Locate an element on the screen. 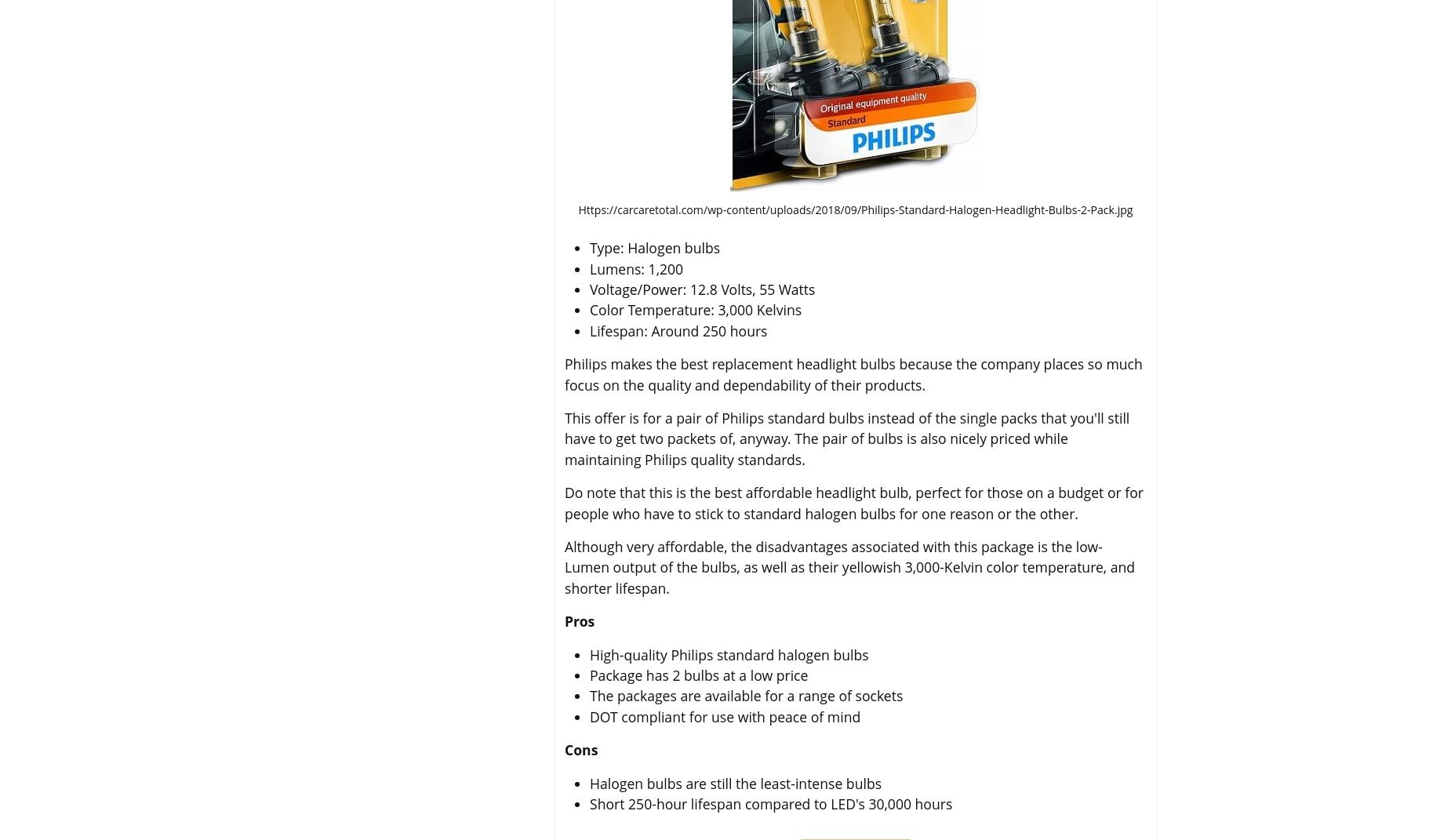 Image resolution: width=1451 pixels, height=840 pixels. 'This offer is for a pair of Philips standard bulbs instead of the single packs that you'll still have to get two packets of, anyway. The pair of bulbs is also nicely priced while maintaining Philips quality standards.' is located at coordinates (846, 438).